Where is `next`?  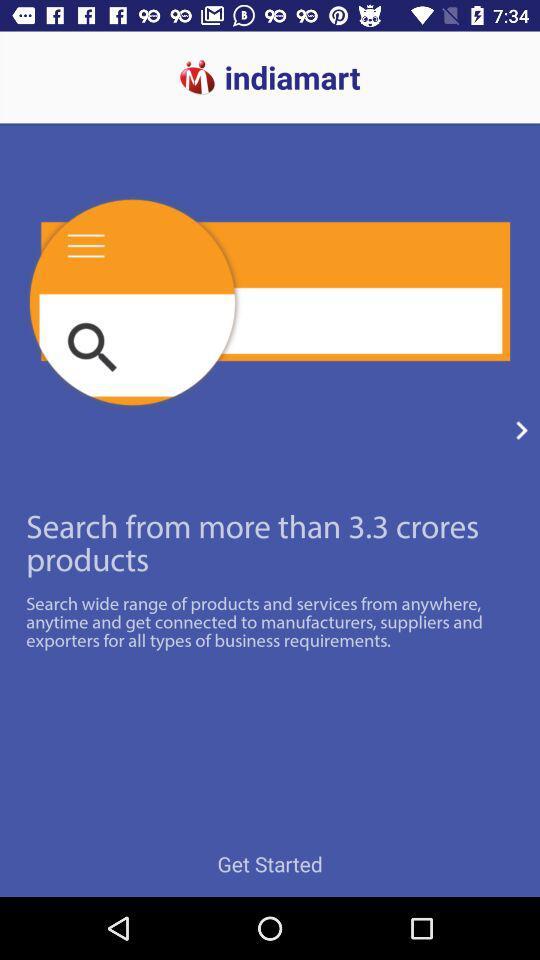 next is located at coordinates (521, 430).